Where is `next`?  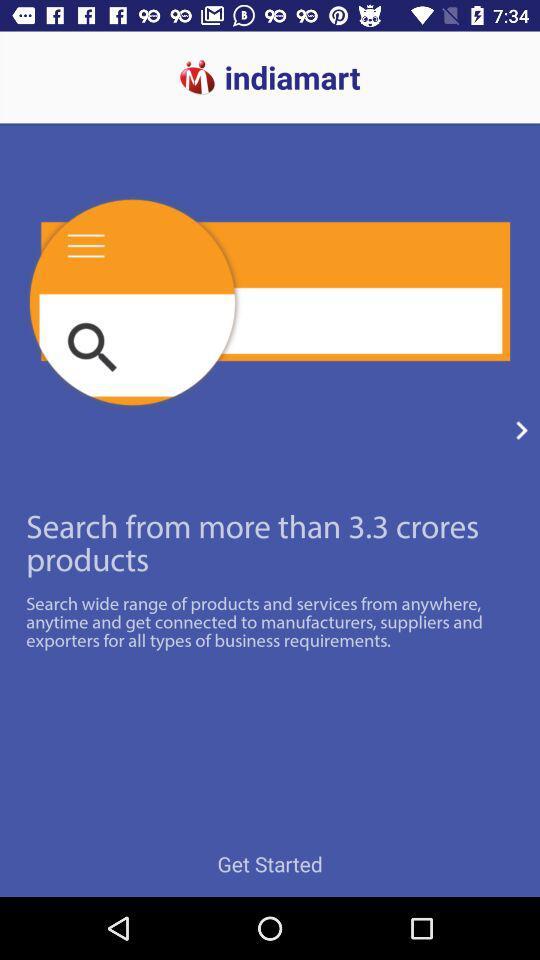 next is located at coordinates (521, 430).